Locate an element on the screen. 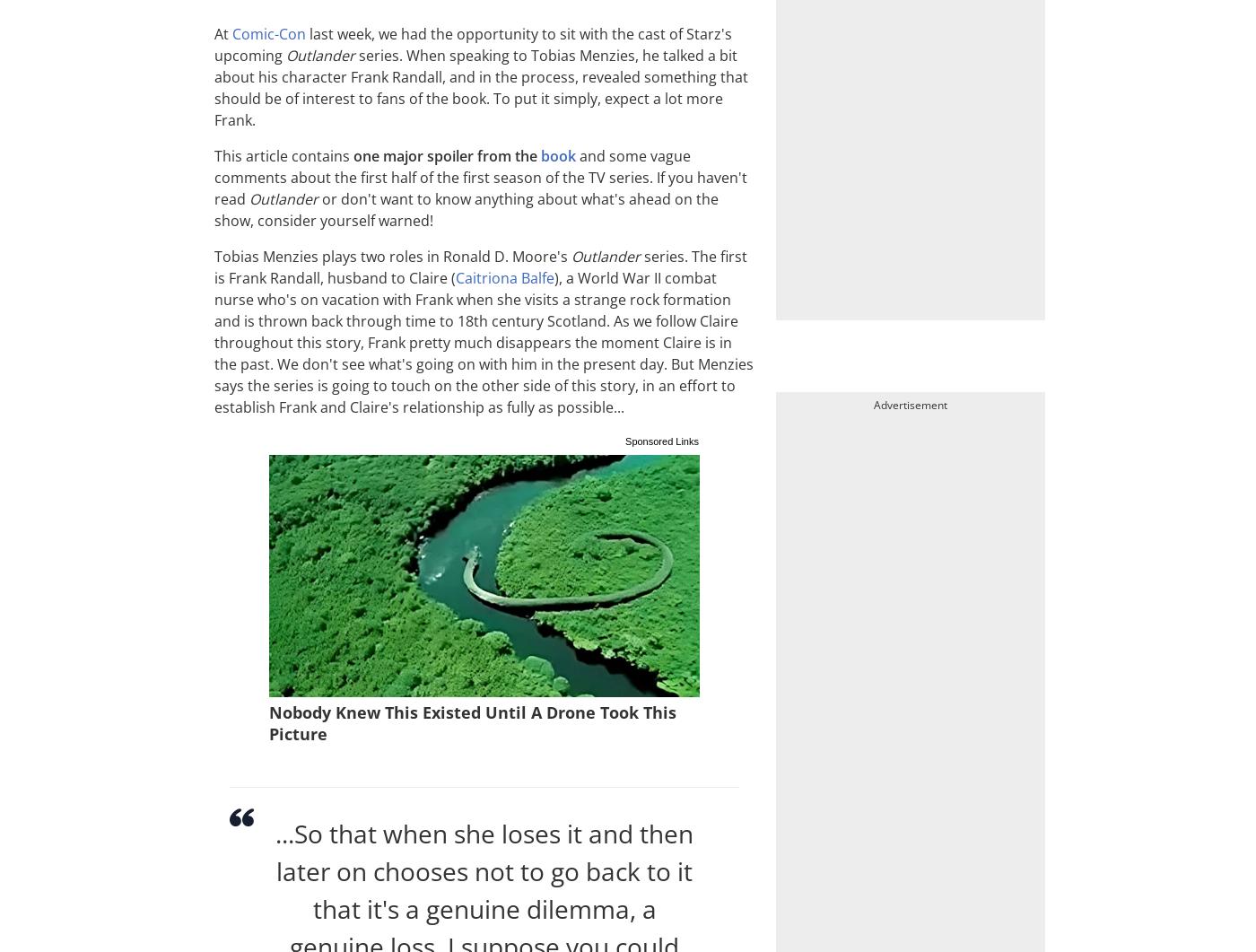 The width and height of the screenshot is (1256, 952). 'At' is located at coordinates (223, 33).